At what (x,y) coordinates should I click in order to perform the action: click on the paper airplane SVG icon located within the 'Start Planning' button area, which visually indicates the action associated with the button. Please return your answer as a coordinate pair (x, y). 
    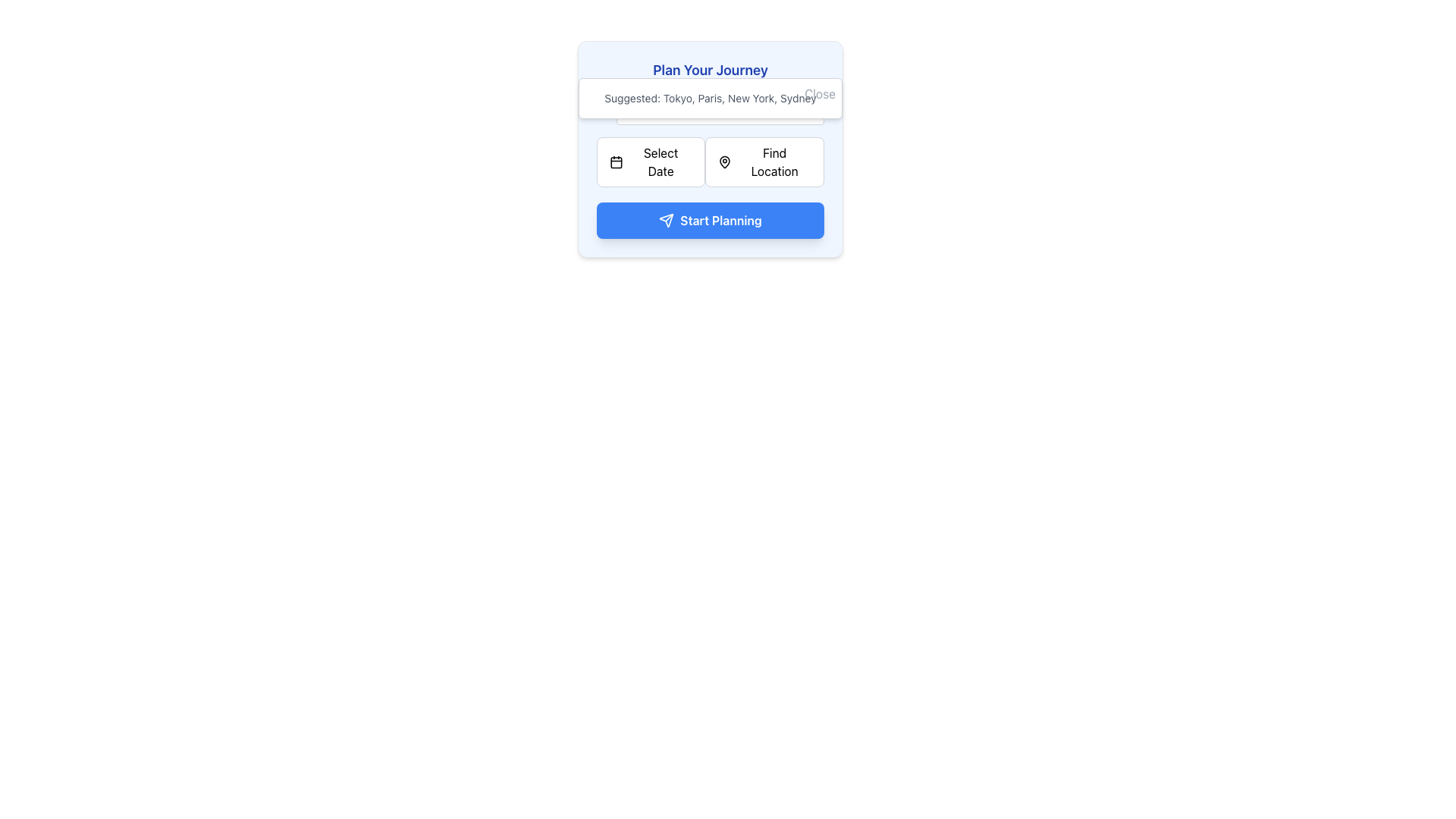
    Looking at the image, I should click on (667, 220).